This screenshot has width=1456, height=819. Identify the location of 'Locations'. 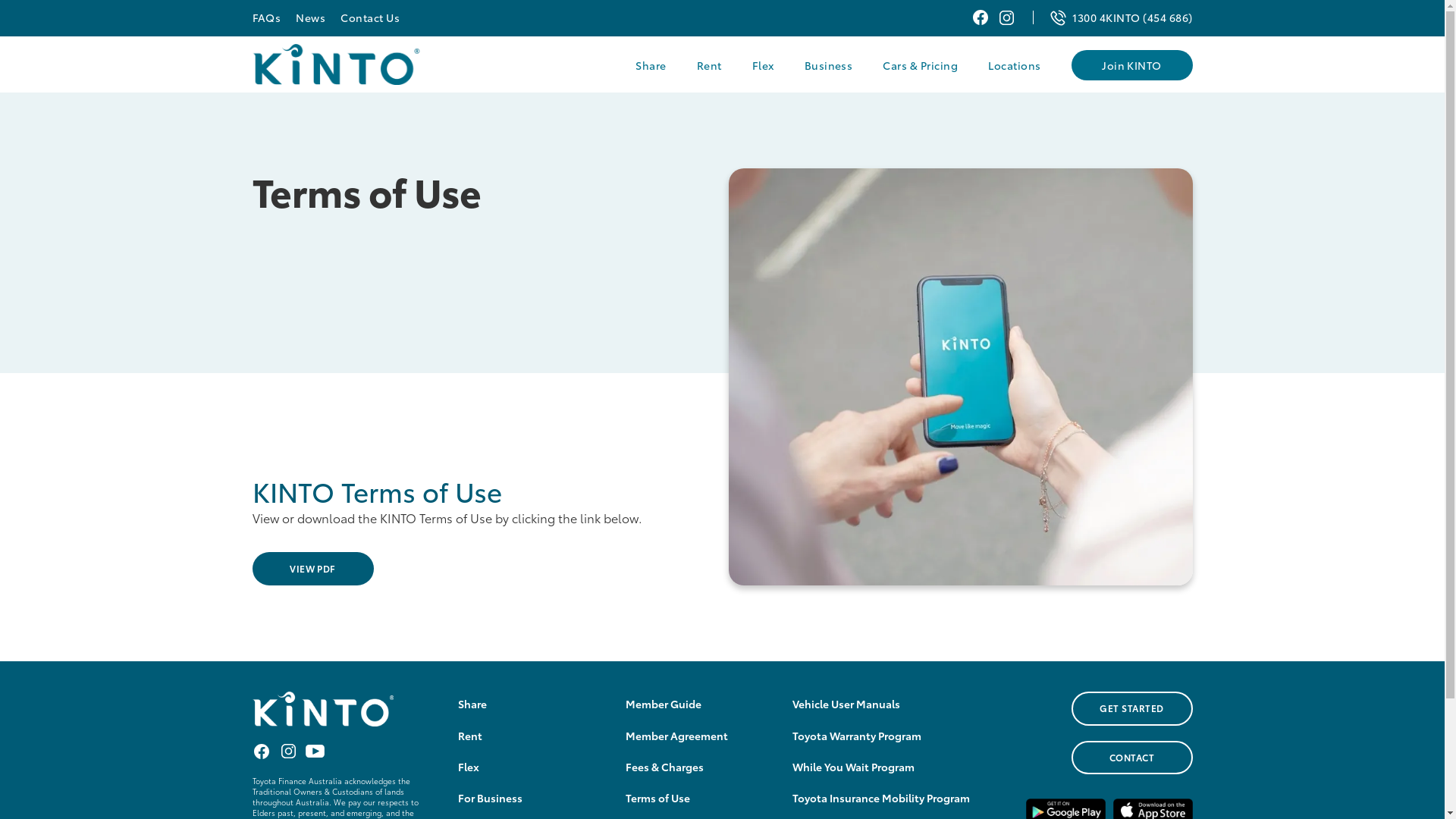
(1014, 64).